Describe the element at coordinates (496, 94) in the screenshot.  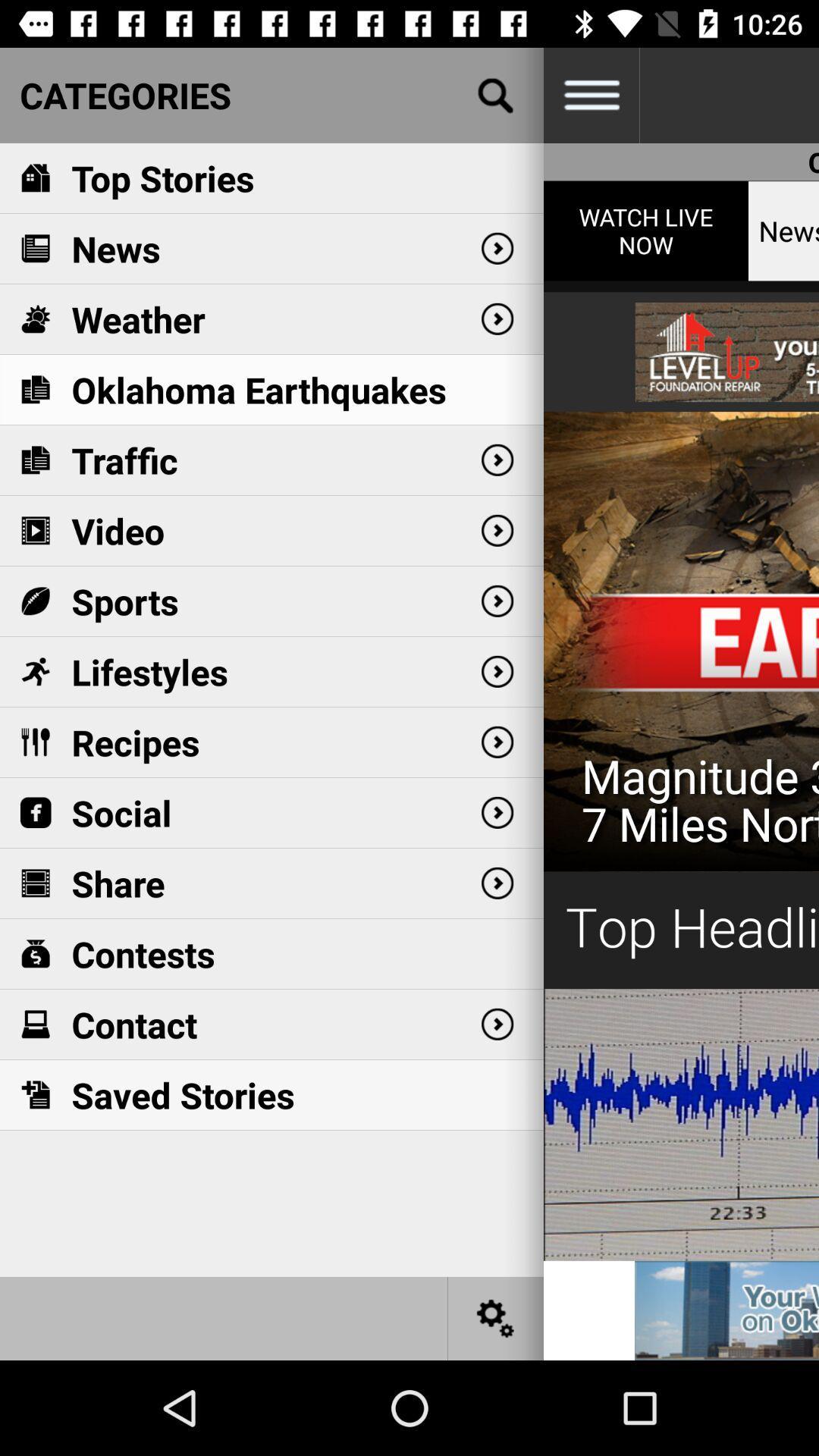
I see `search` at that location.